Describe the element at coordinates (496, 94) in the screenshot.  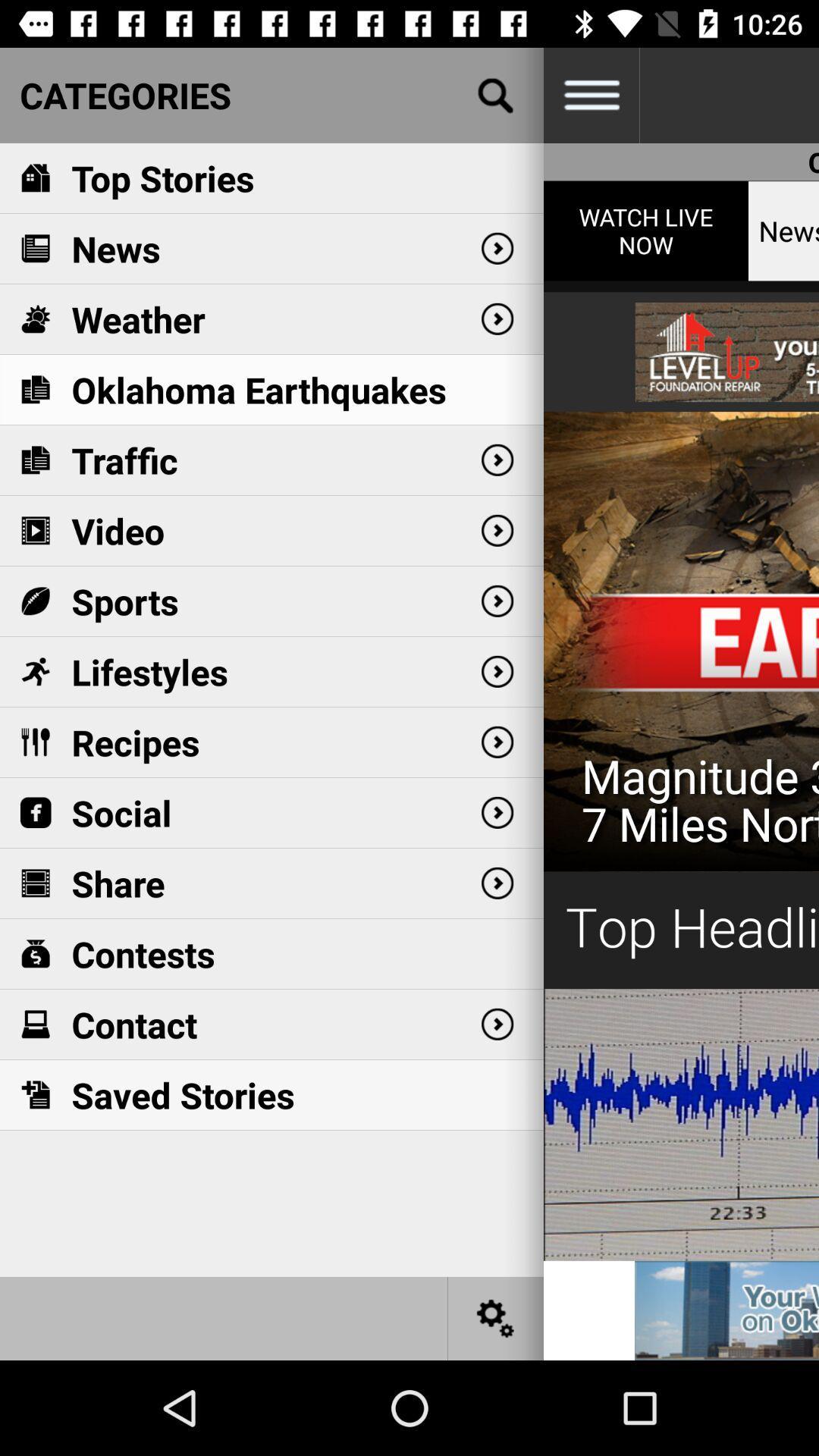
I see `search` at that location.